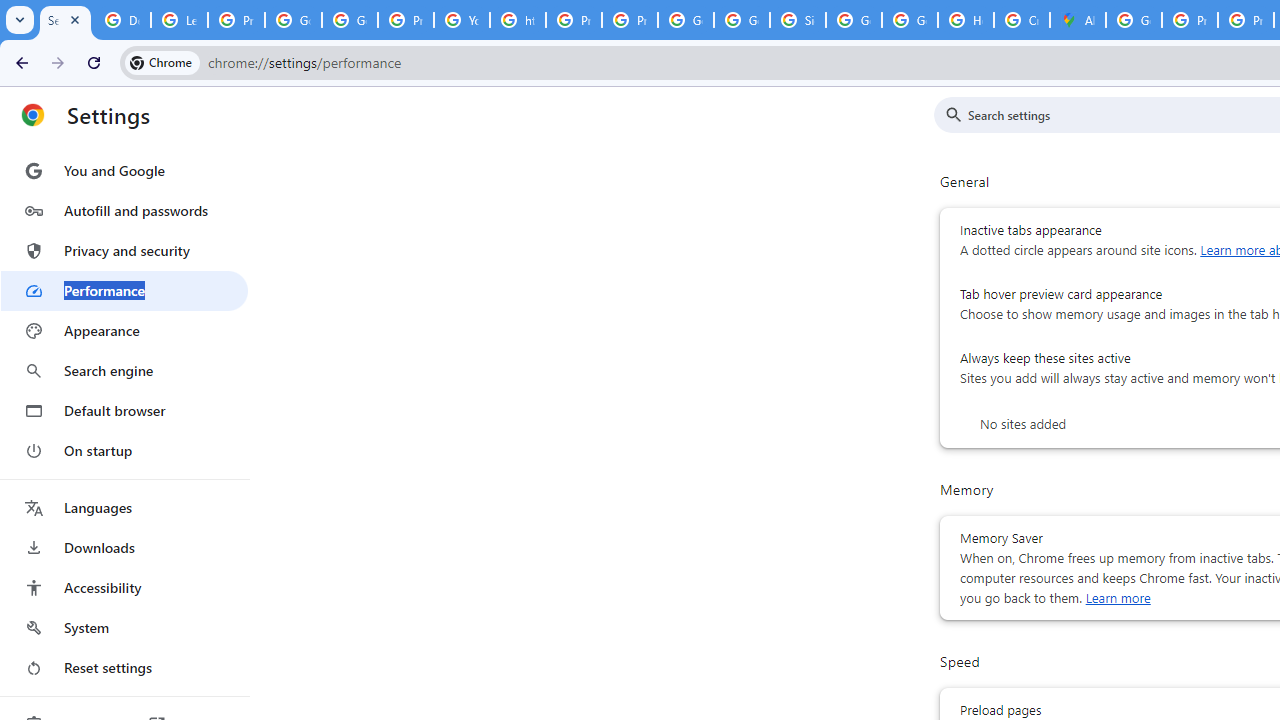 Image resolution: width=1280 pixels, height=720 pixels. I want to click on 'Settings - Performance', so click(65, 20).